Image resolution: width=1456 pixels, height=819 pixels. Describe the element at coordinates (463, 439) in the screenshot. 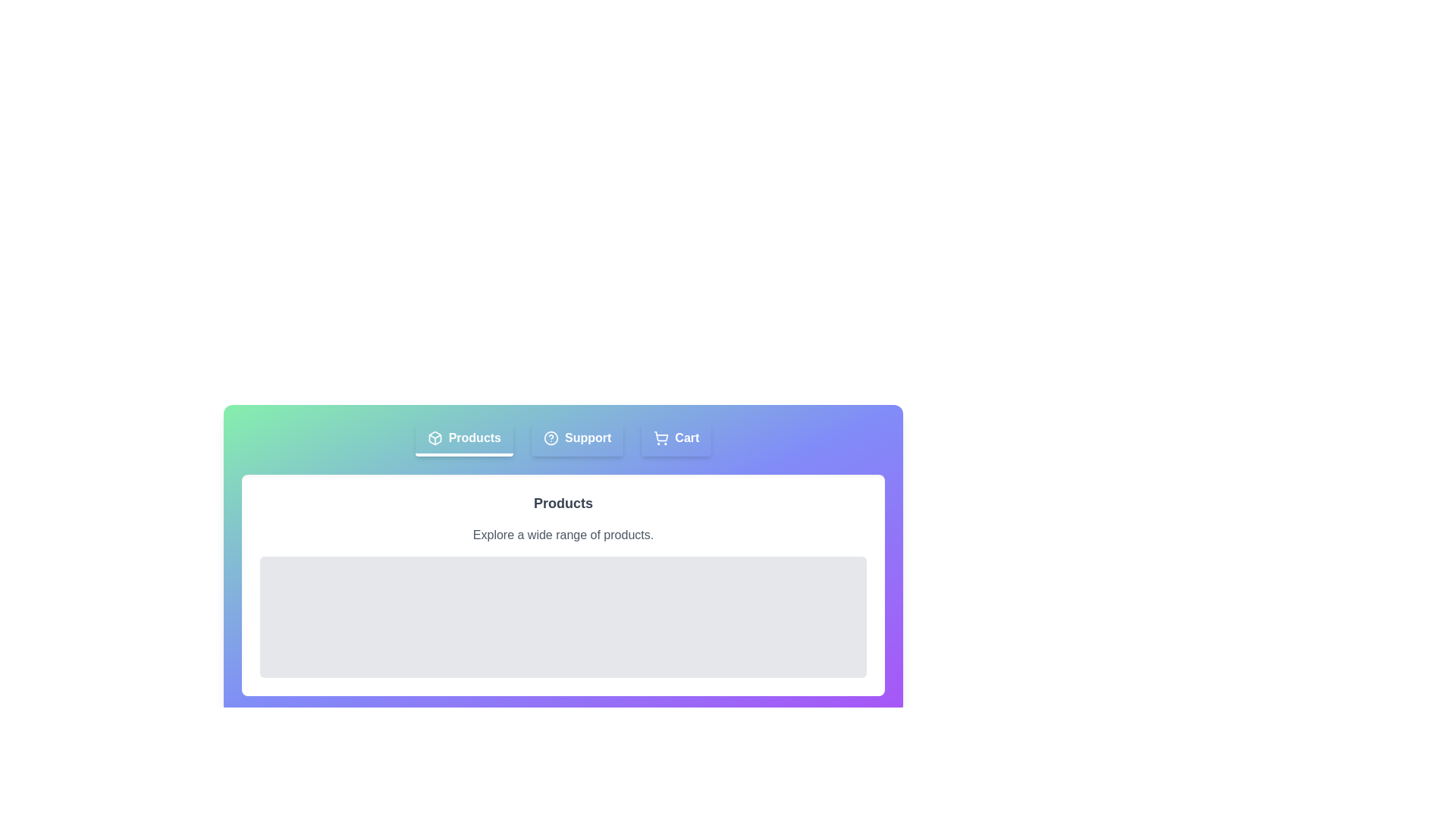

I see `the button labeled Products to observe its hover effect` at that location.